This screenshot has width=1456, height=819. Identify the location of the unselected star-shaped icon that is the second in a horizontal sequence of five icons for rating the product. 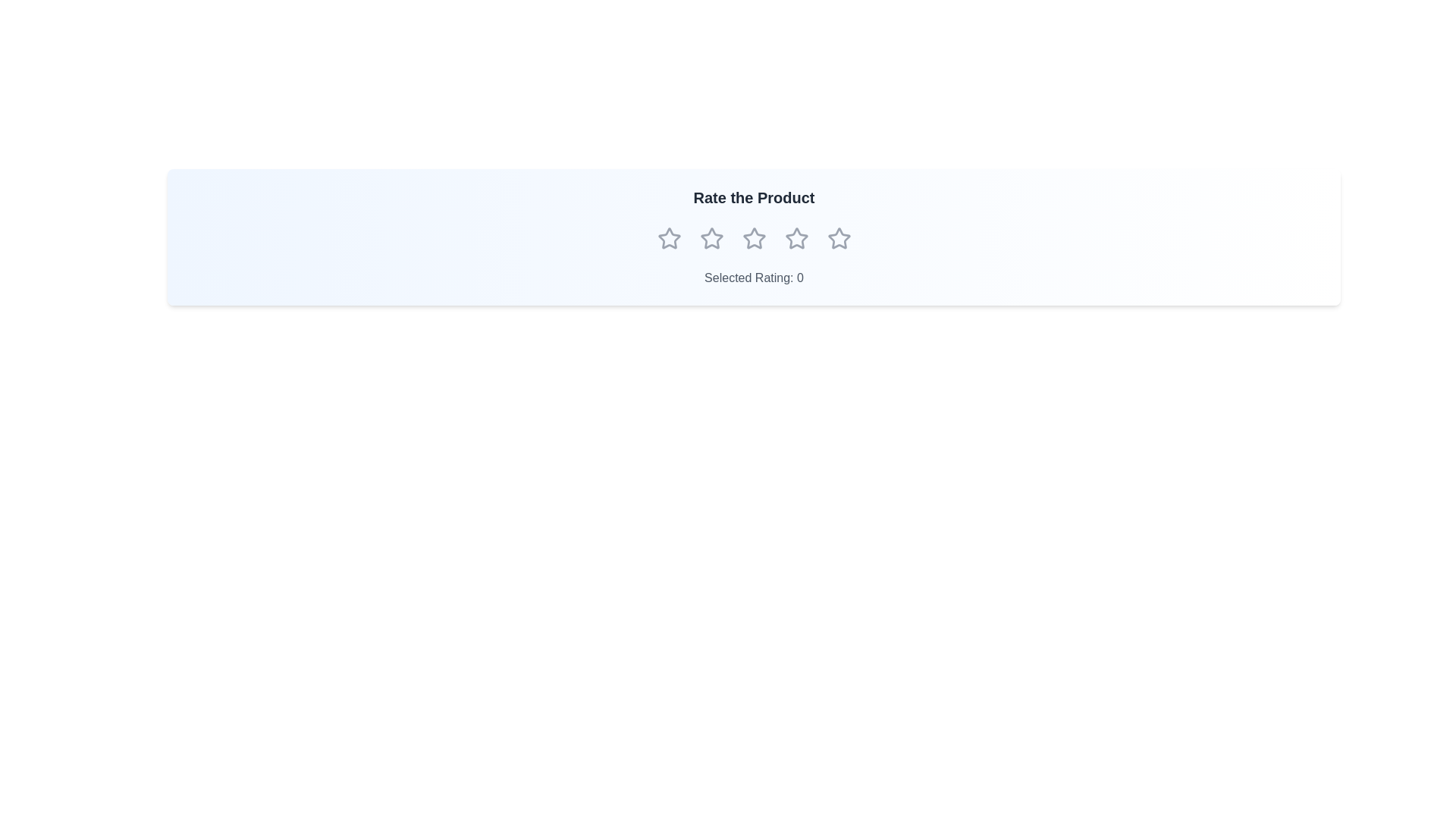
(711, 239).